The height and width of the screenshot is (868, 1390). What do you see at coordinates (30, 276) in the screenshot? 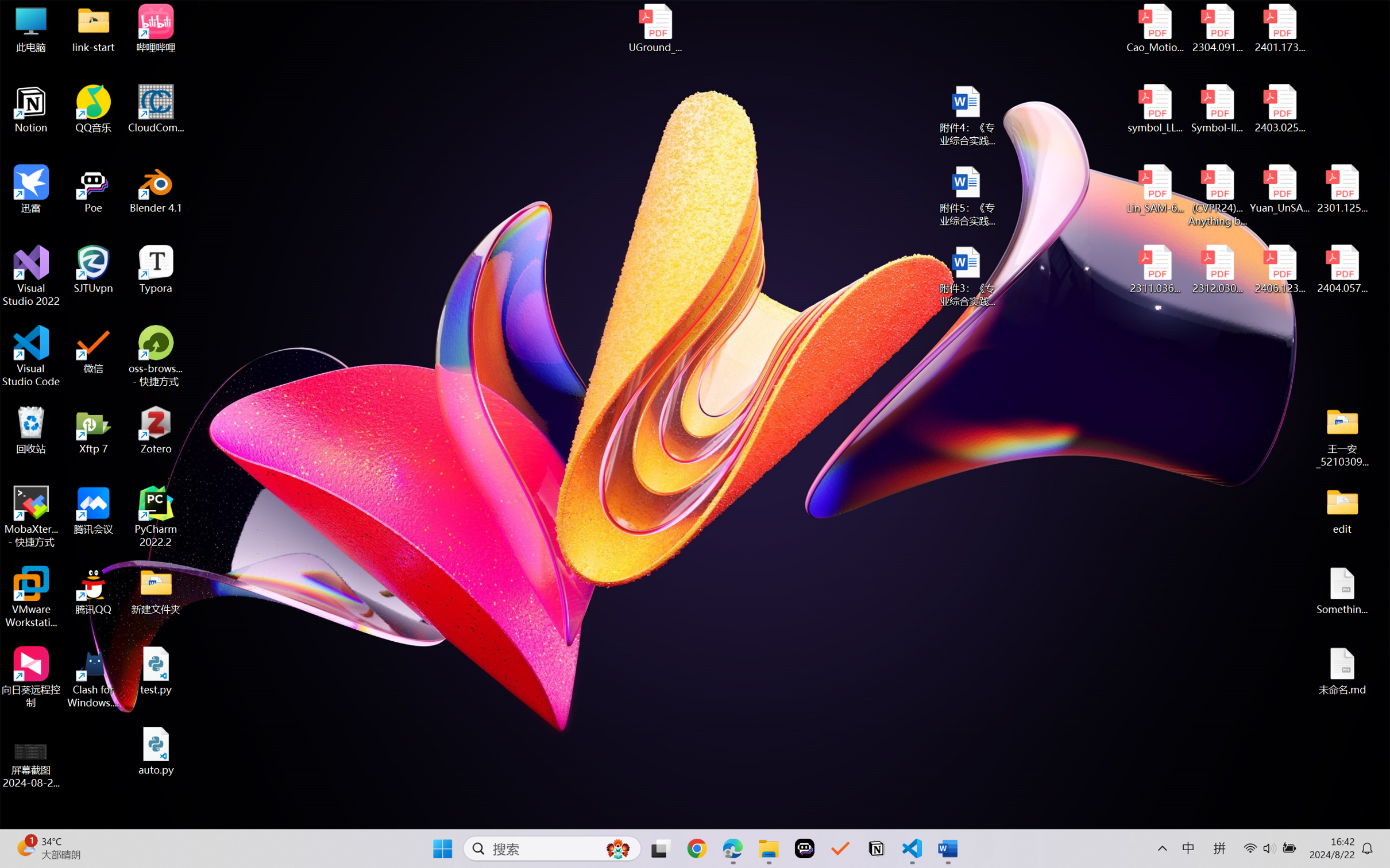
I see `'Visual Studio 2022'` at bounding box center [30, 276].